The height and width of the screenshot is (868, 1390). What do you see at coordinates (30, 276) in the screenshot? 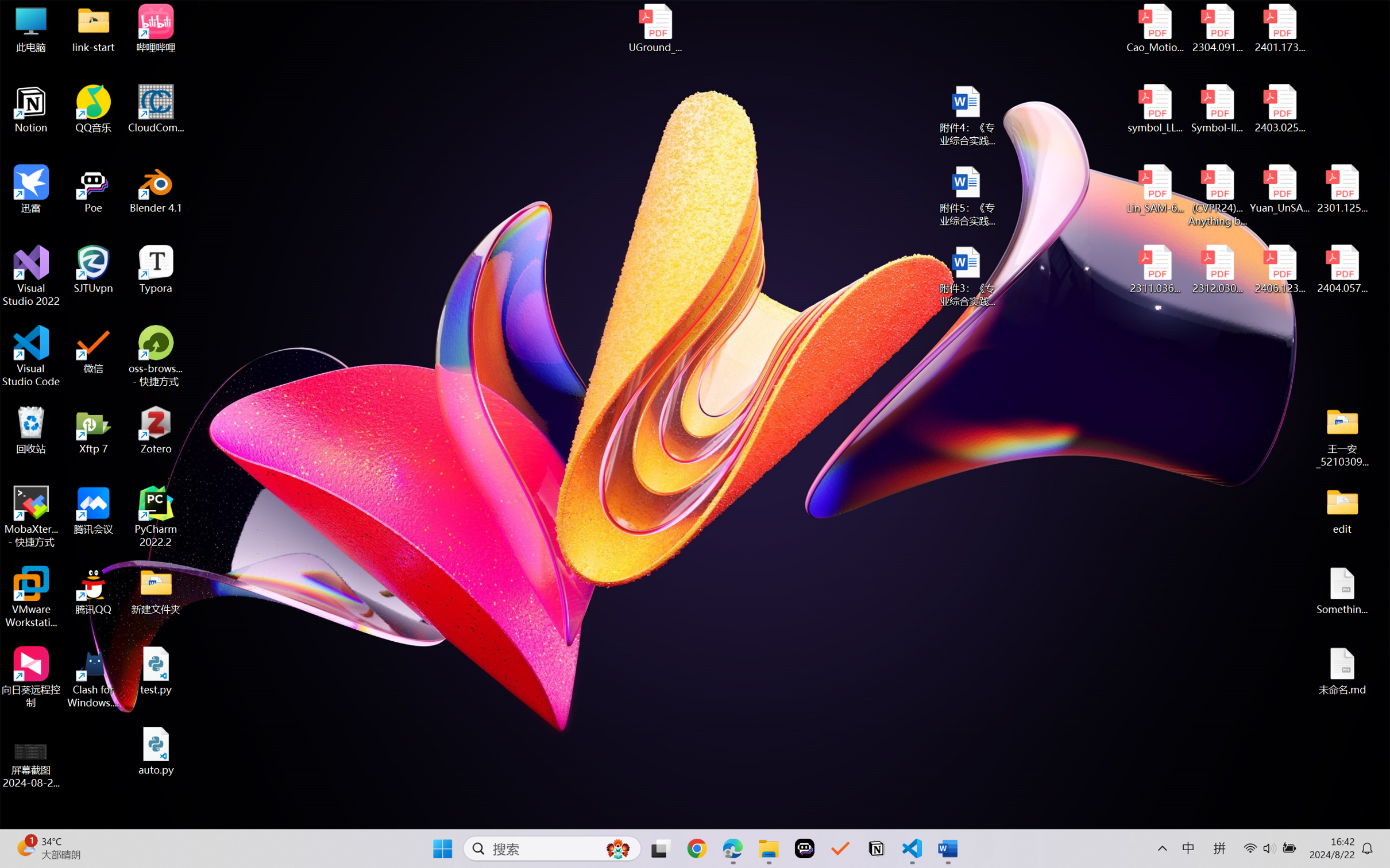
I see `'Visual Studio 2022'` at bounding box center [30, 276].